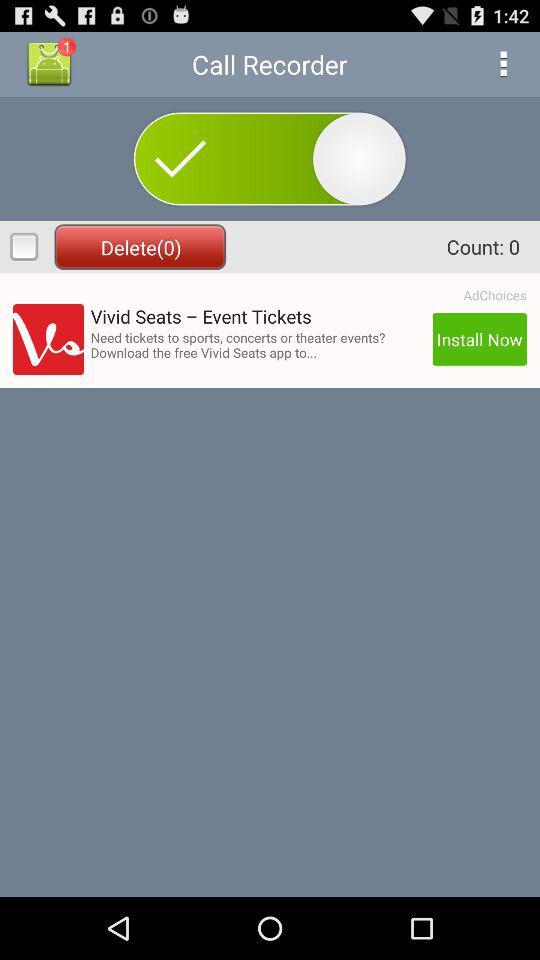  Describe the element at coordinates (478, 339) in the screenshot. I see `the app next to the need tickets to app` at that location.